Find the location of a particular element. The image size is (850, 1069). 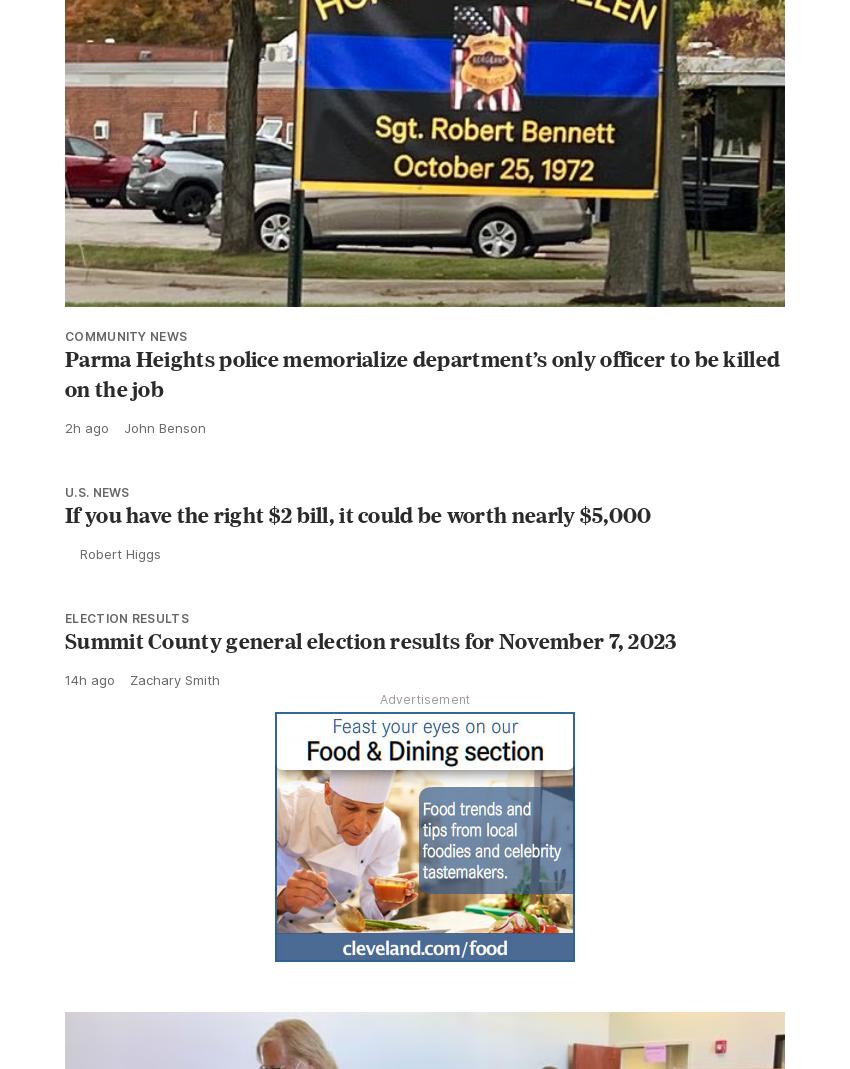

'14h ago' is located at coordinates (89, 678).